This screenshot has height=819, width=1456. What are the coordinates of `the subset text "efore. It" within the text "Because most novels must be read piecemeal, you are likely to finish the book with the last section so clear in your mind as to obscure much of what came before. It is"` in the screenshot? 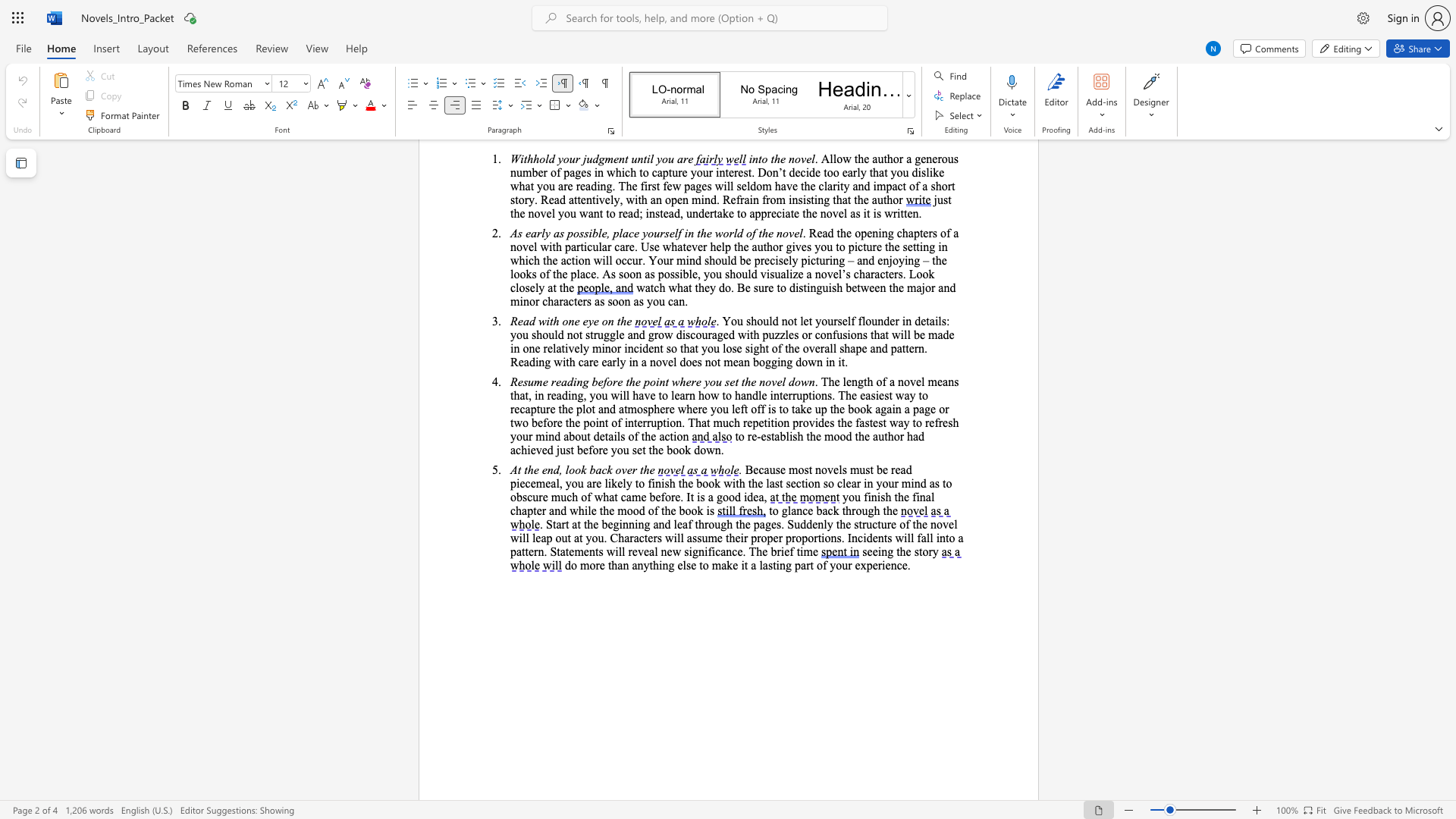 It's located at (655, 497).